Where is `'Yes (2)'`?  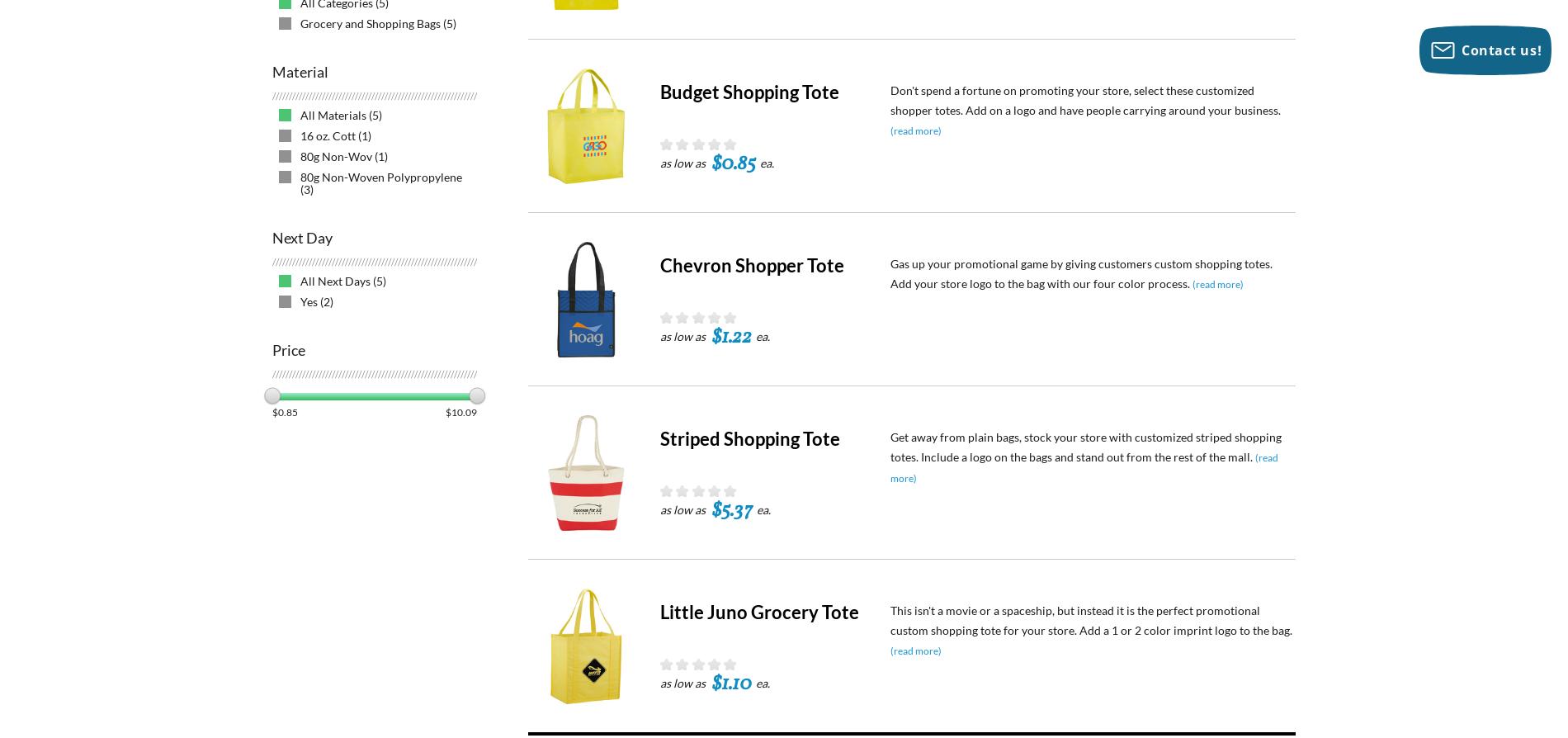
'Yes (2)' is located at coordinates (300, 300).